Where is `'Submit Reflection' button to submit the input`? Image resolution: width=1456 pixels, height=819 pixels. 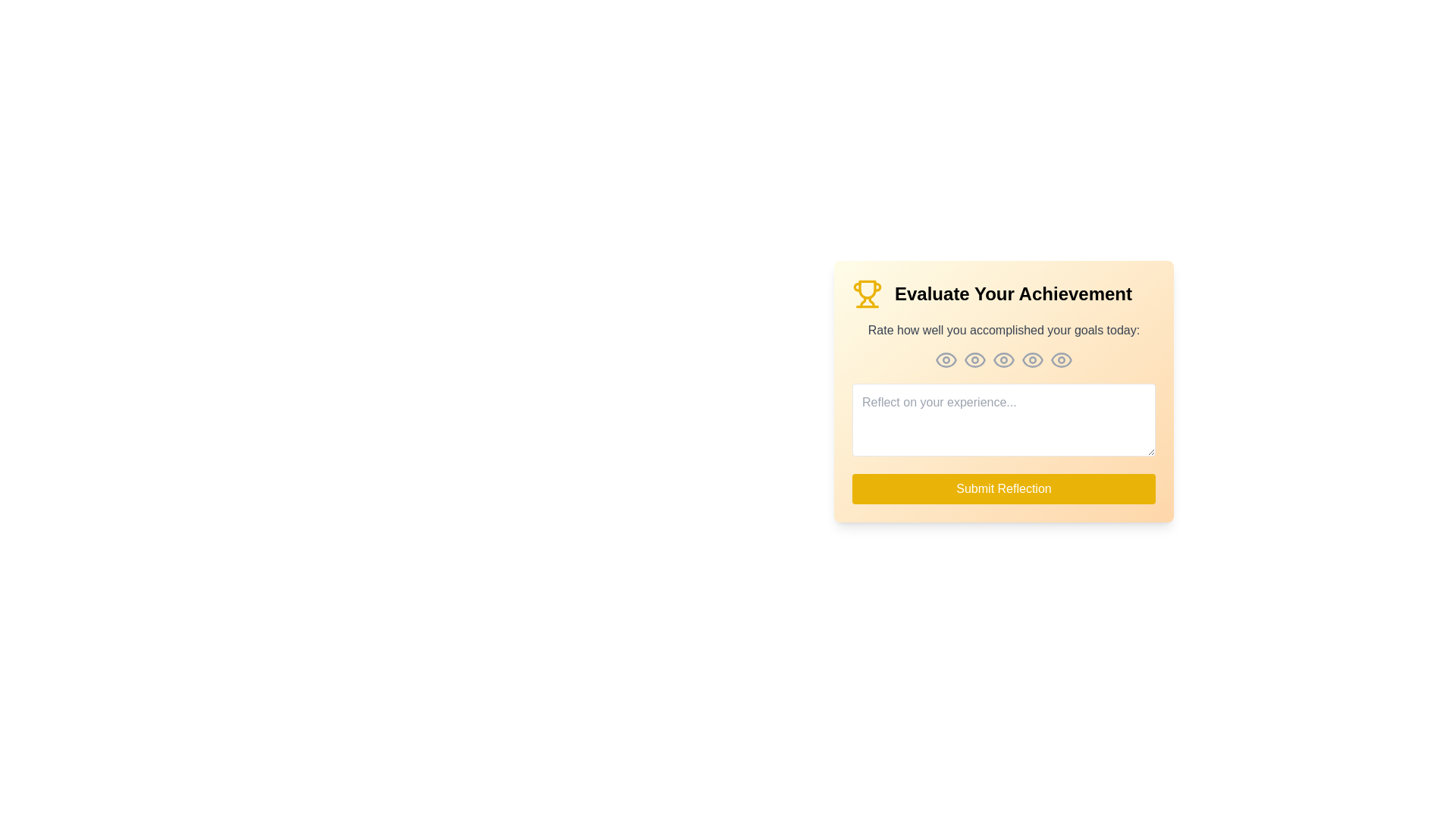
'Submit Reflection' button to submit the input is located at coordinates (1004, 488).